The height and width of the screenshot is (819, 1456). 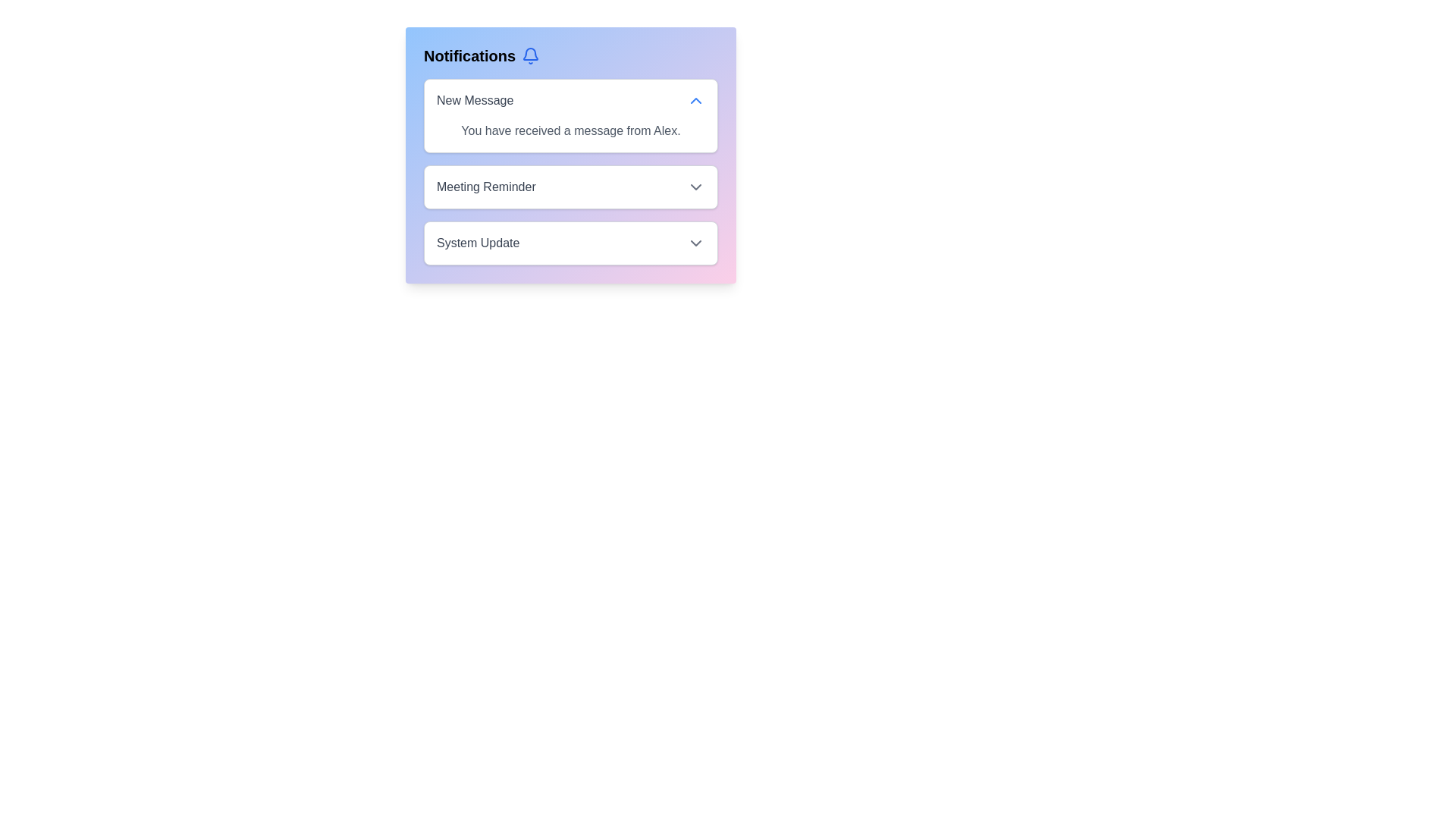 I want to click on text of the notifications within the notification section styled with a gradient blue-to-pink background, containing the title 'Notifications' and the first notification titled 'New Message', so click(x=570, y=155).